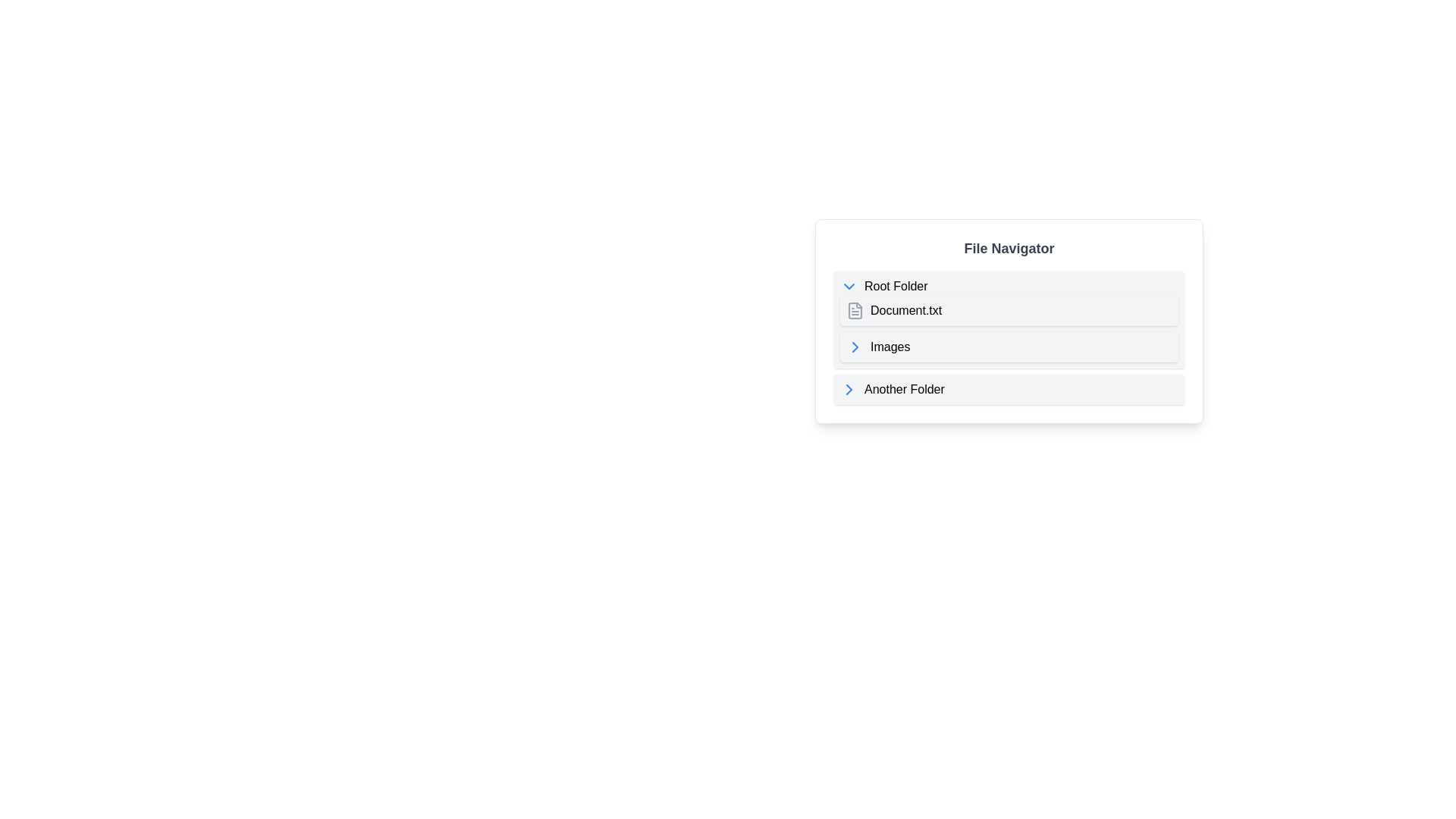  I want to click on the file icon representing 'Document.txt' located in the 'File Navigator' interface, so click(855, 309).